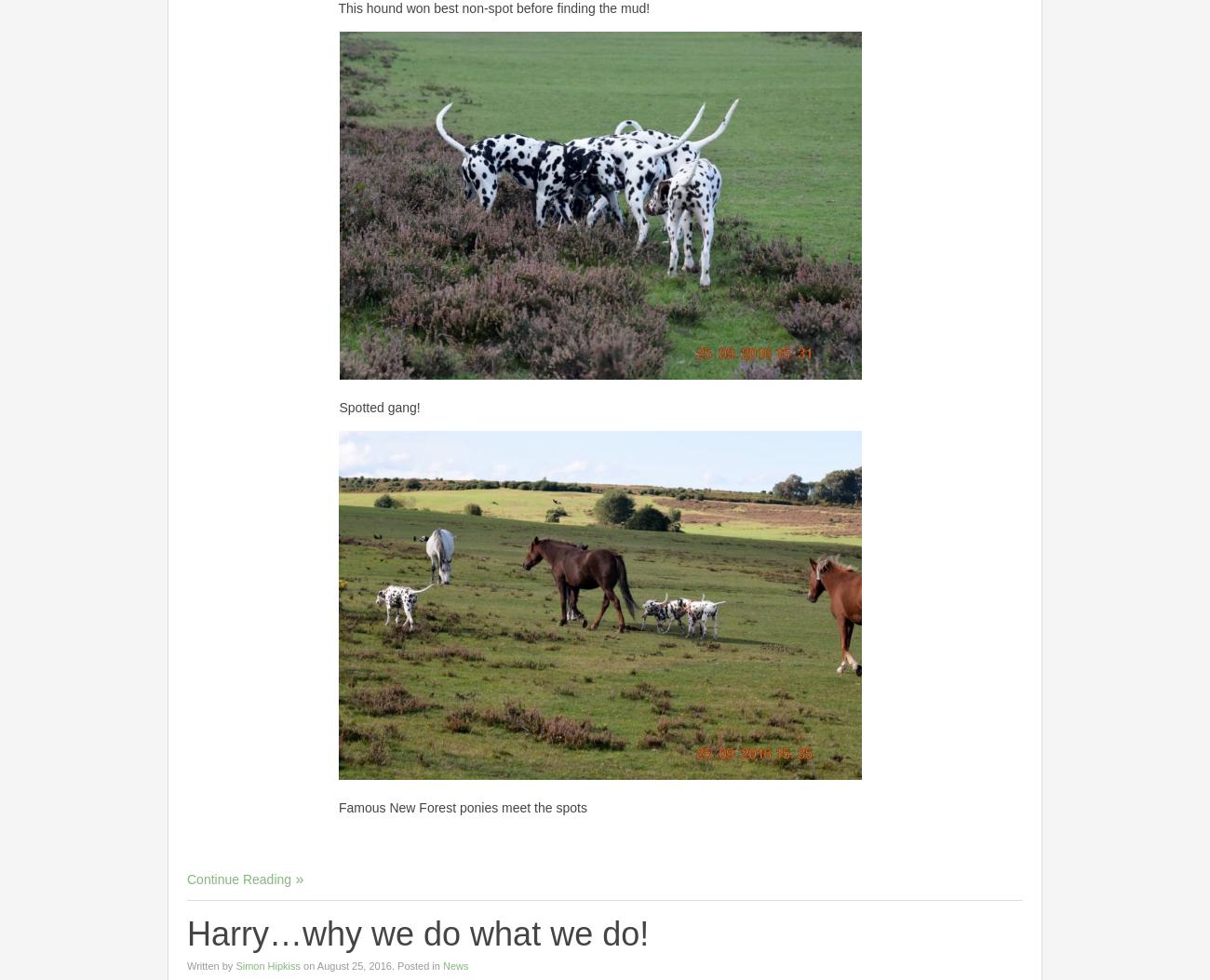 The height and width of the screenshot is (980, 1210). What do you see at coordinates (415, 963) in the screenshot?
I see `'. Posted in'` at bounding box center [415, 963].